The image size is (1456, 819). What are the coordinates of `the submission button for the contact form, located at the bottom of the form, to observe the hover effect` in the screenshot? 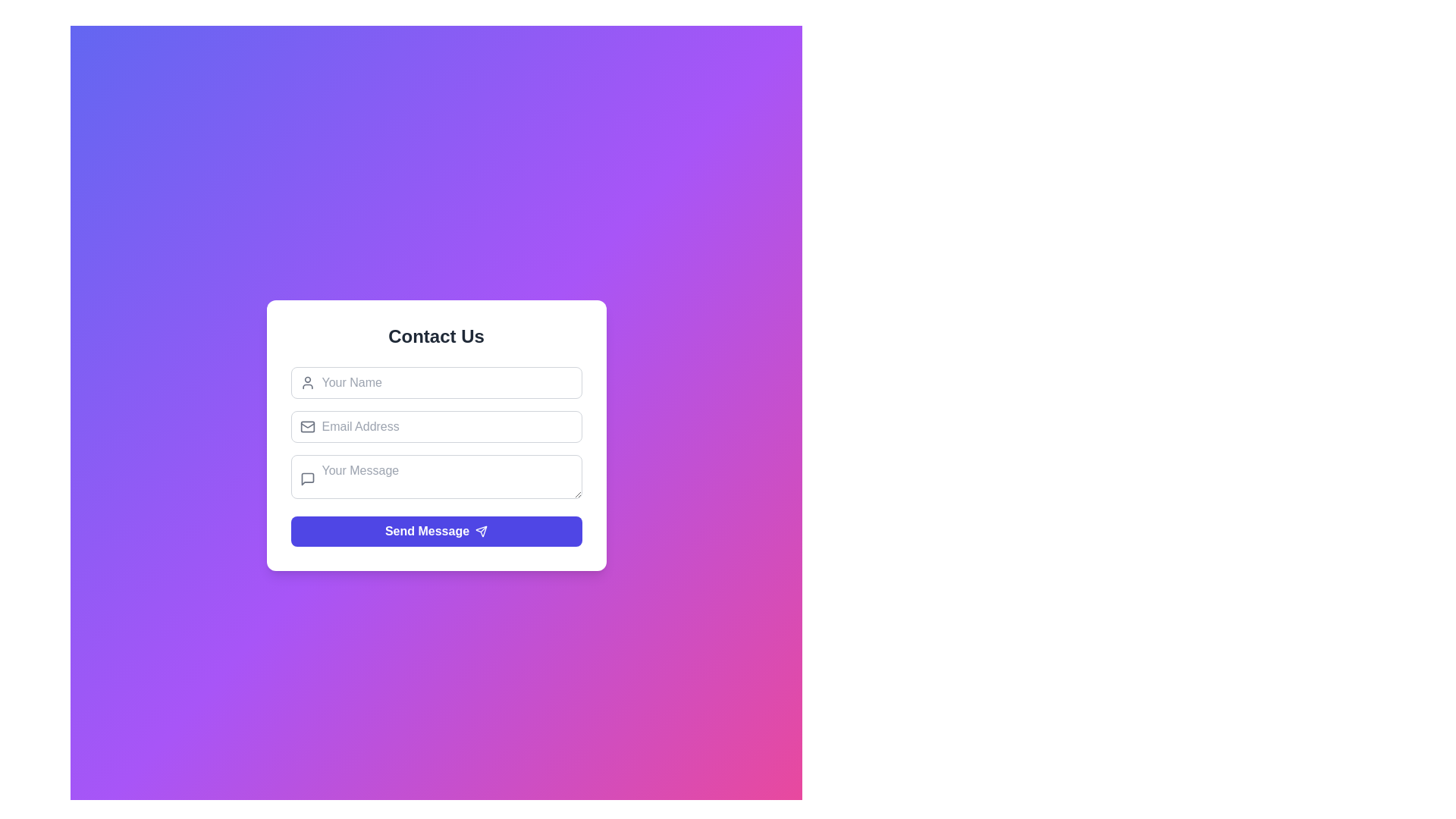 It's located at (435, 530).